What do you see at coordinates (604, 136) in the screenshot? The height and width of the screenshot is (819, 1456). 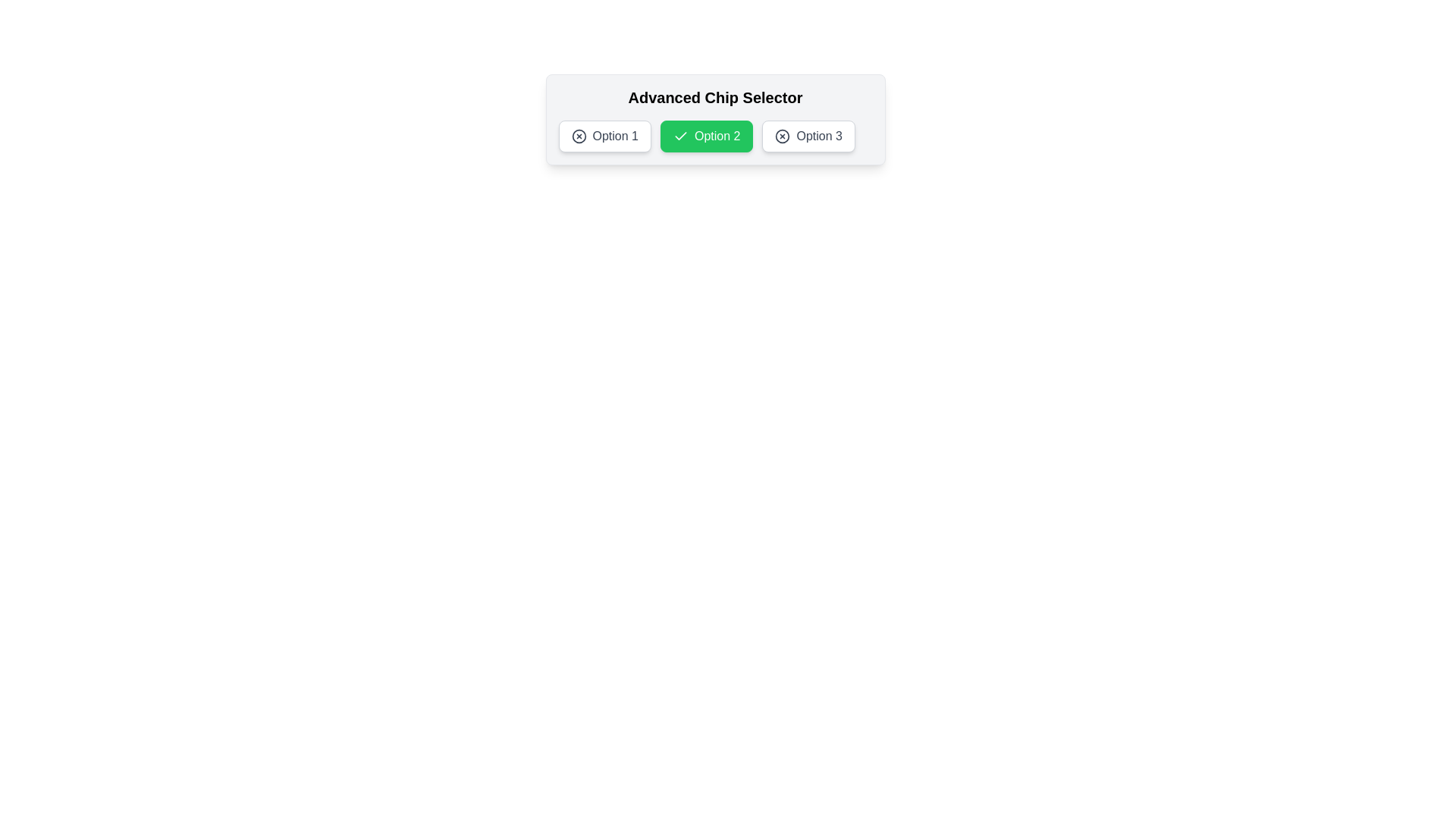 I see `the chip labeled Option 1` at bounding box center [604, 136].